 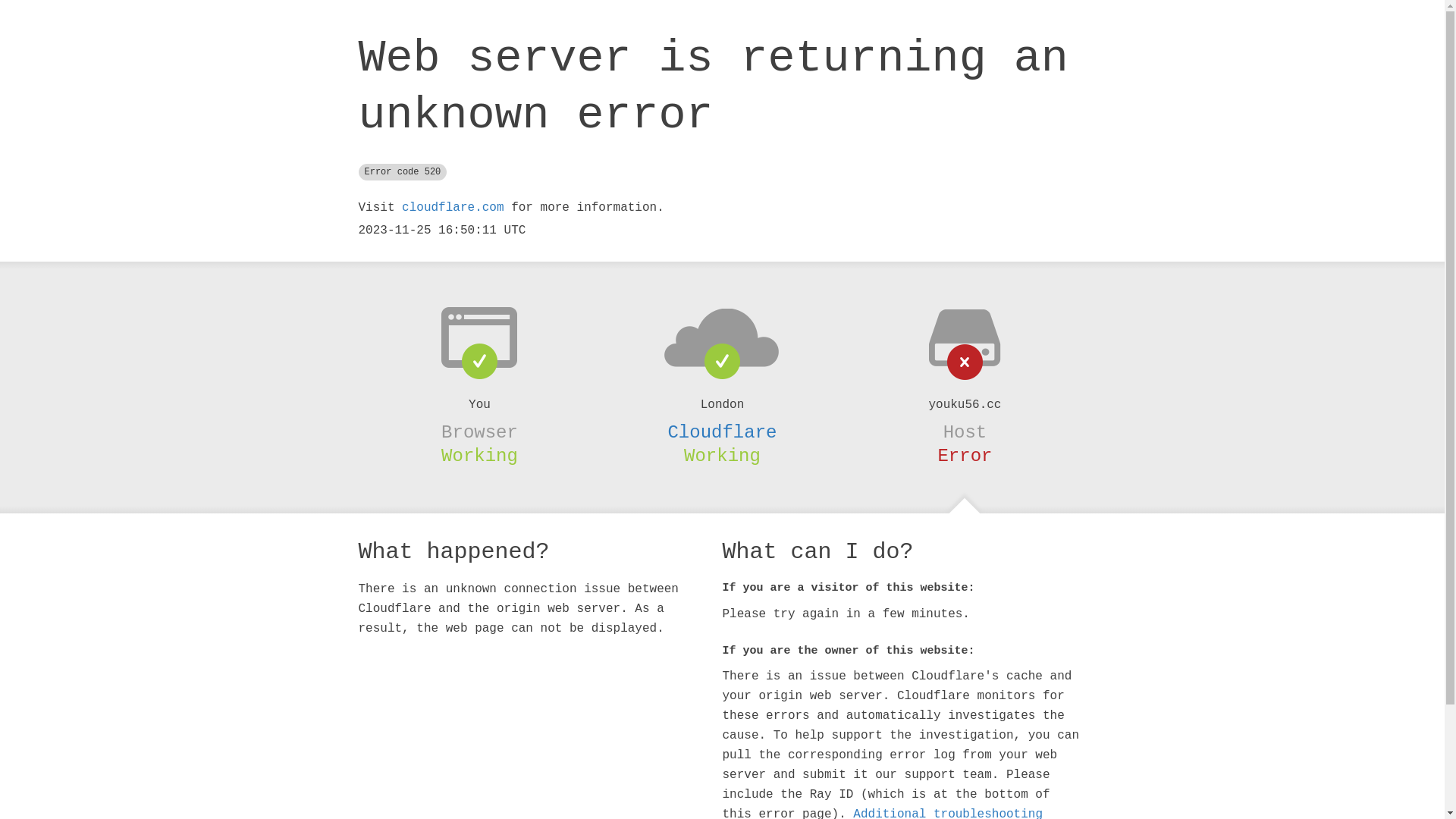 What do you see at coordinates (720, 432) in the screenshot?
I see `'Cloudflare'` at bounding box center [720, 432].